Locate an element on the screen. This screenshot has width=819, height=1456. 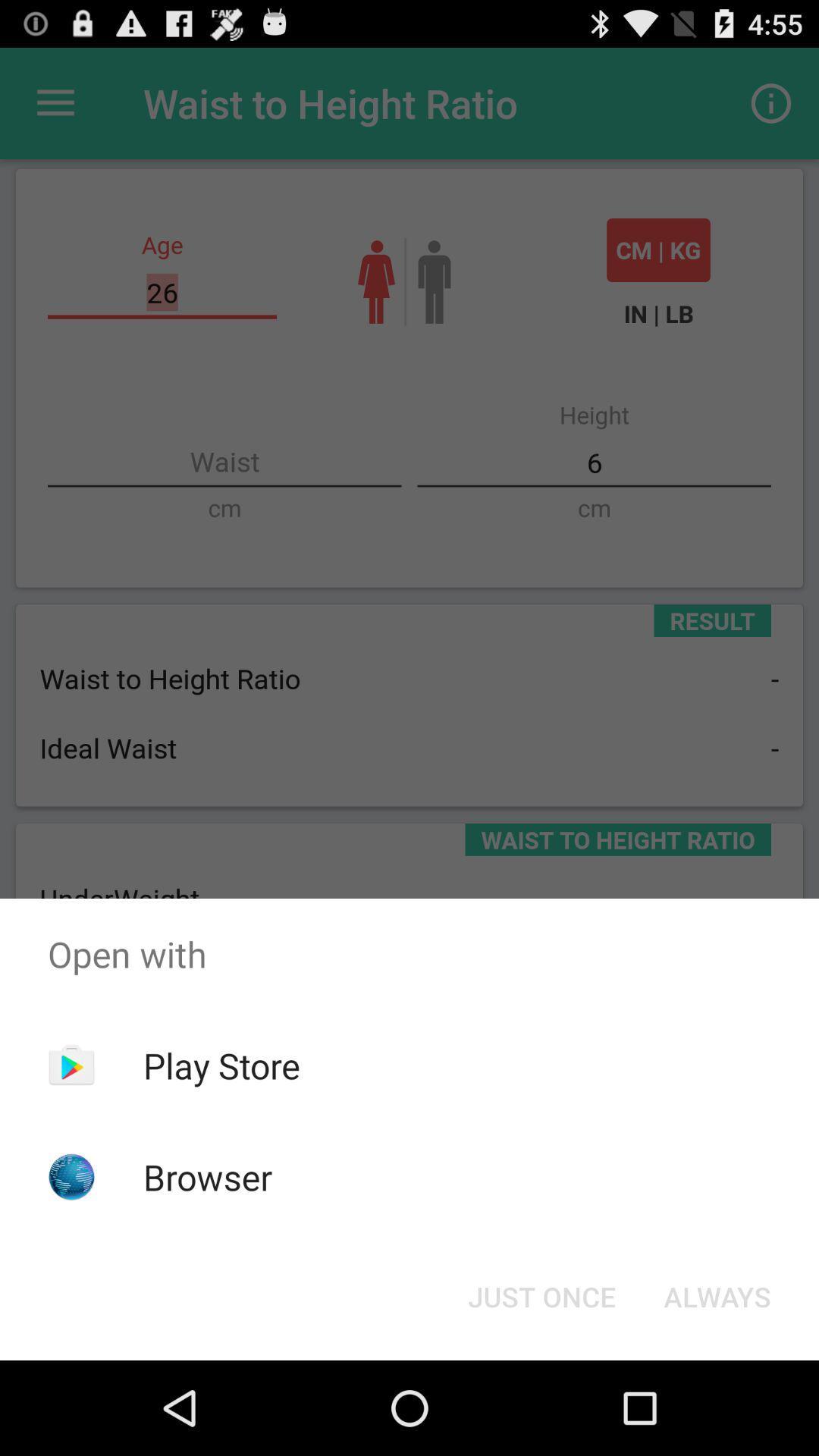
the item below the play store app is located at coordinates (208, 1176).